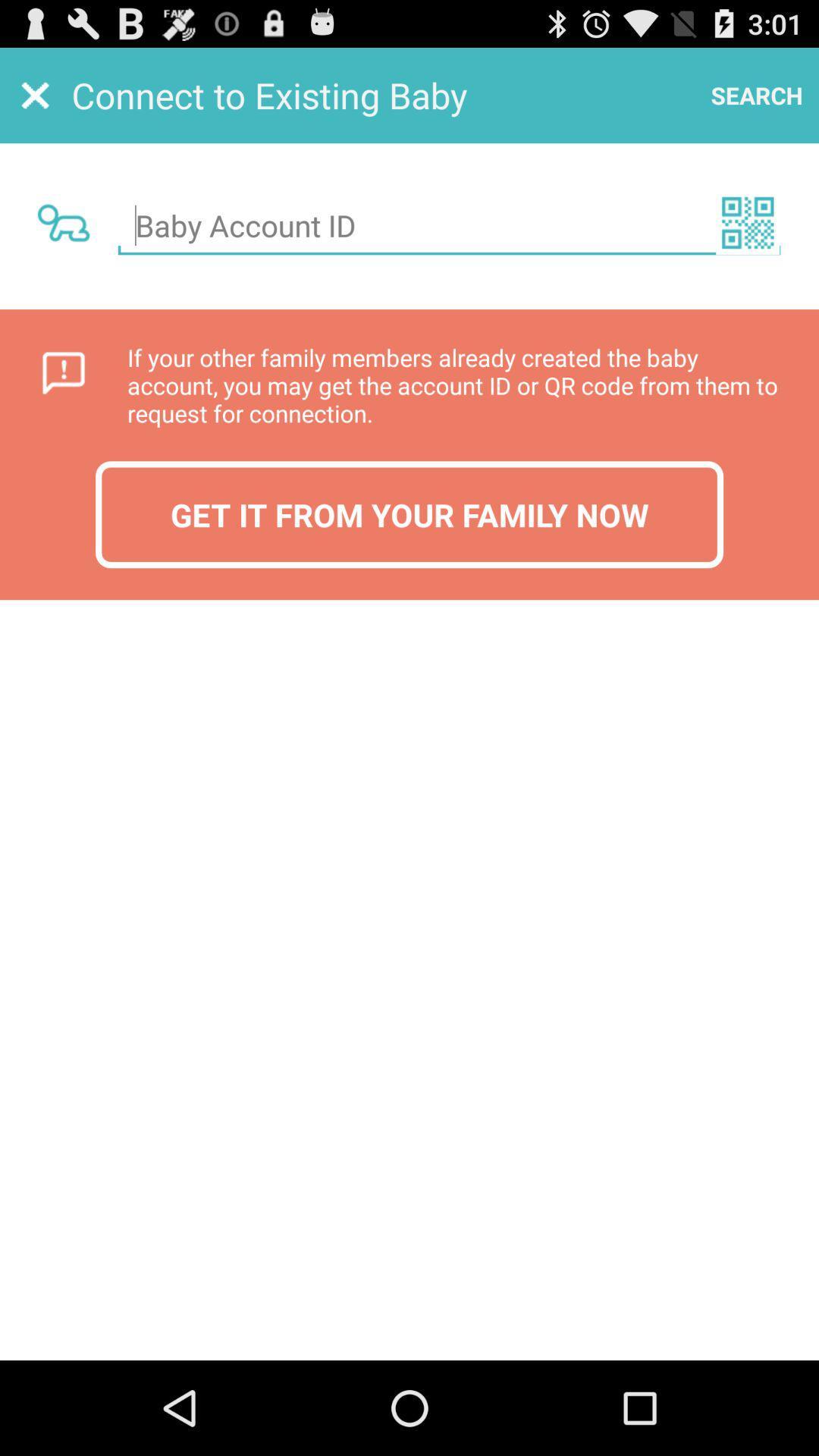 This screenshot has height=1456, width=819. I want to click on the search, so click(757, 94).